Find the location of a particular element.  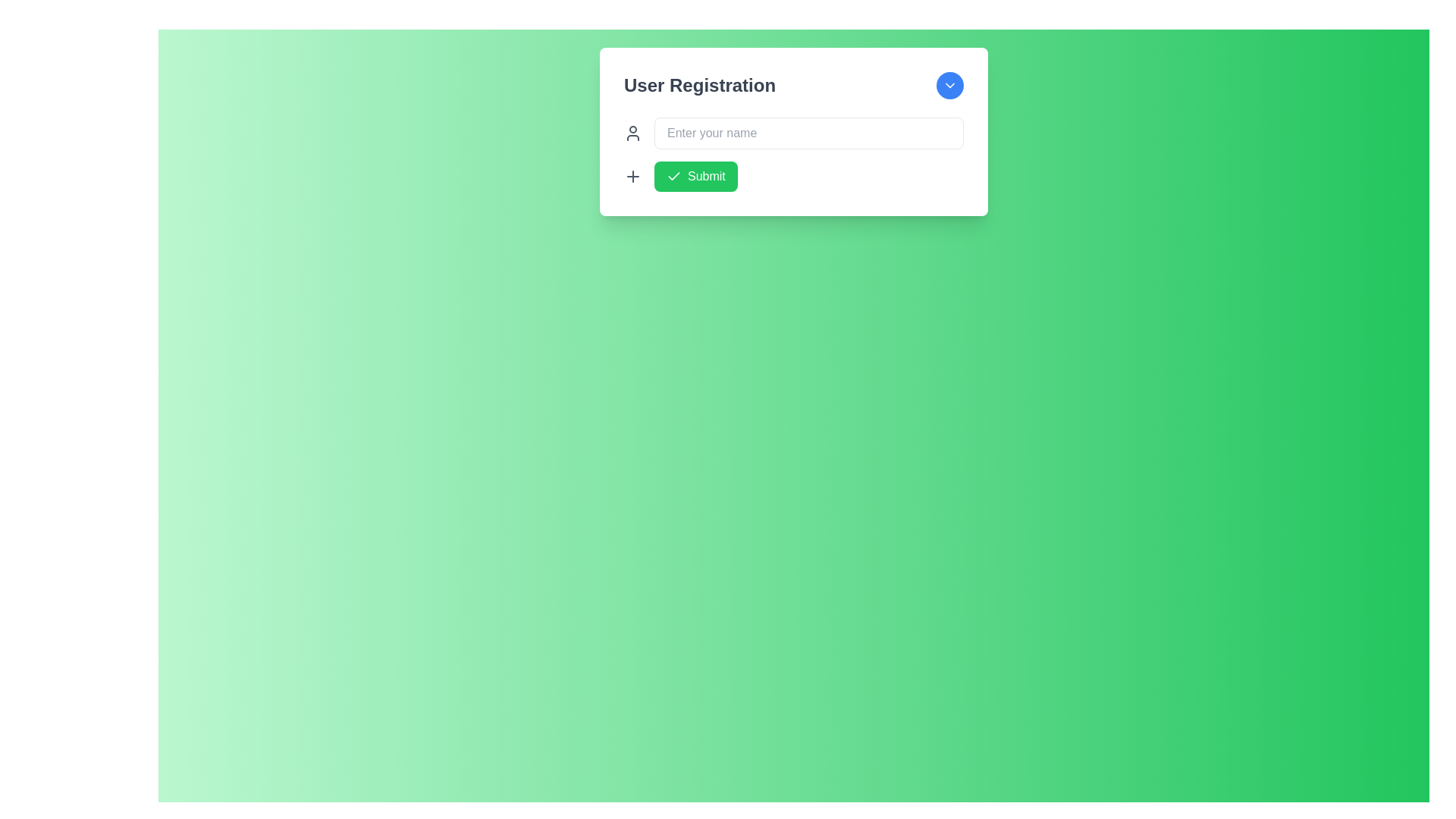

the blue circular button with a white downward-pointing chevron icon located at the top right corner of the 'User Registration' section is located at coordinates (949, 85).